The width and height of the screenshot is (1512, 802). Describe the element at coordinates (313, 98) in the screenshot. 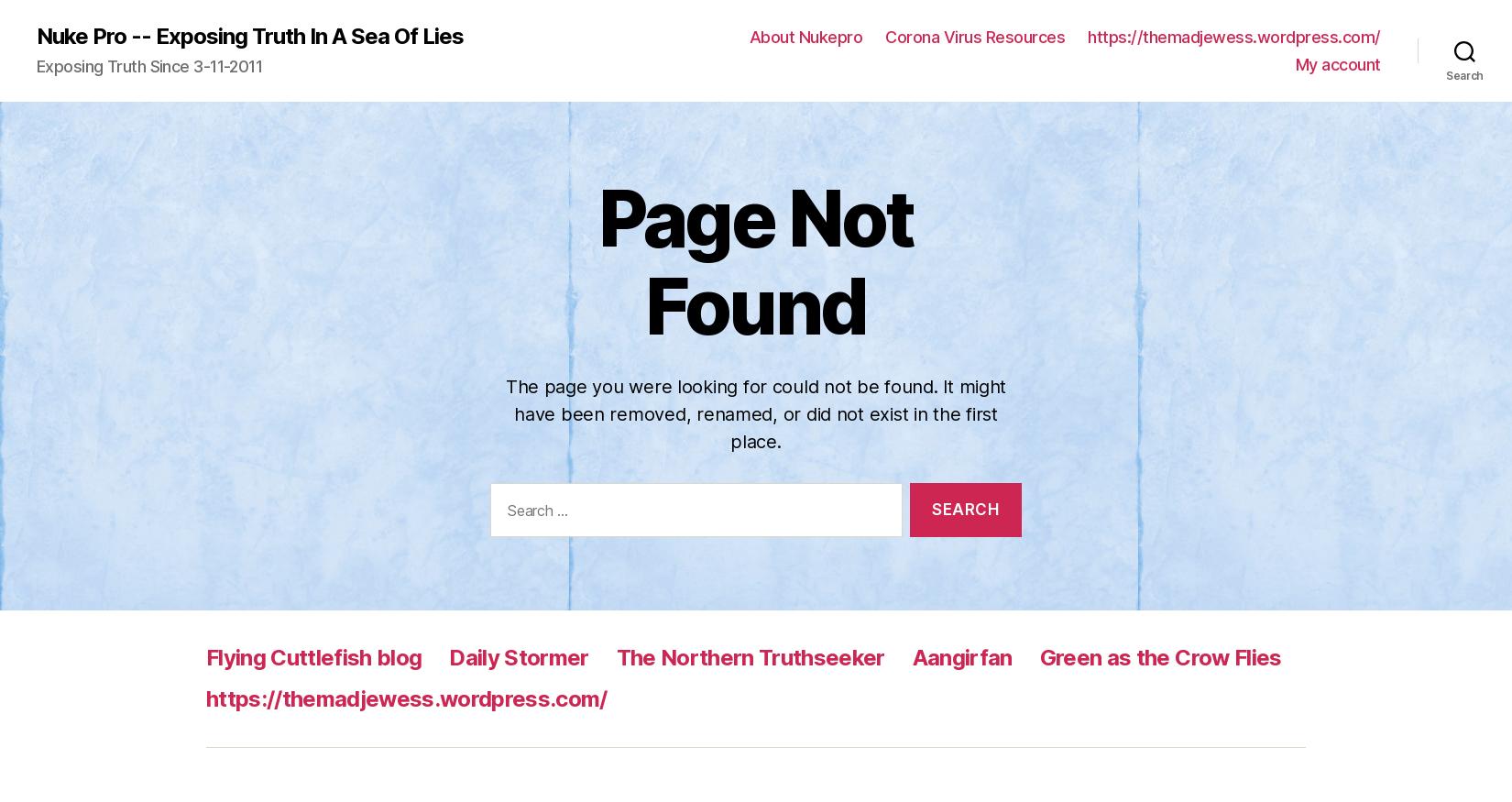

I see `'Flying Cuttlefish blog'` at that location.